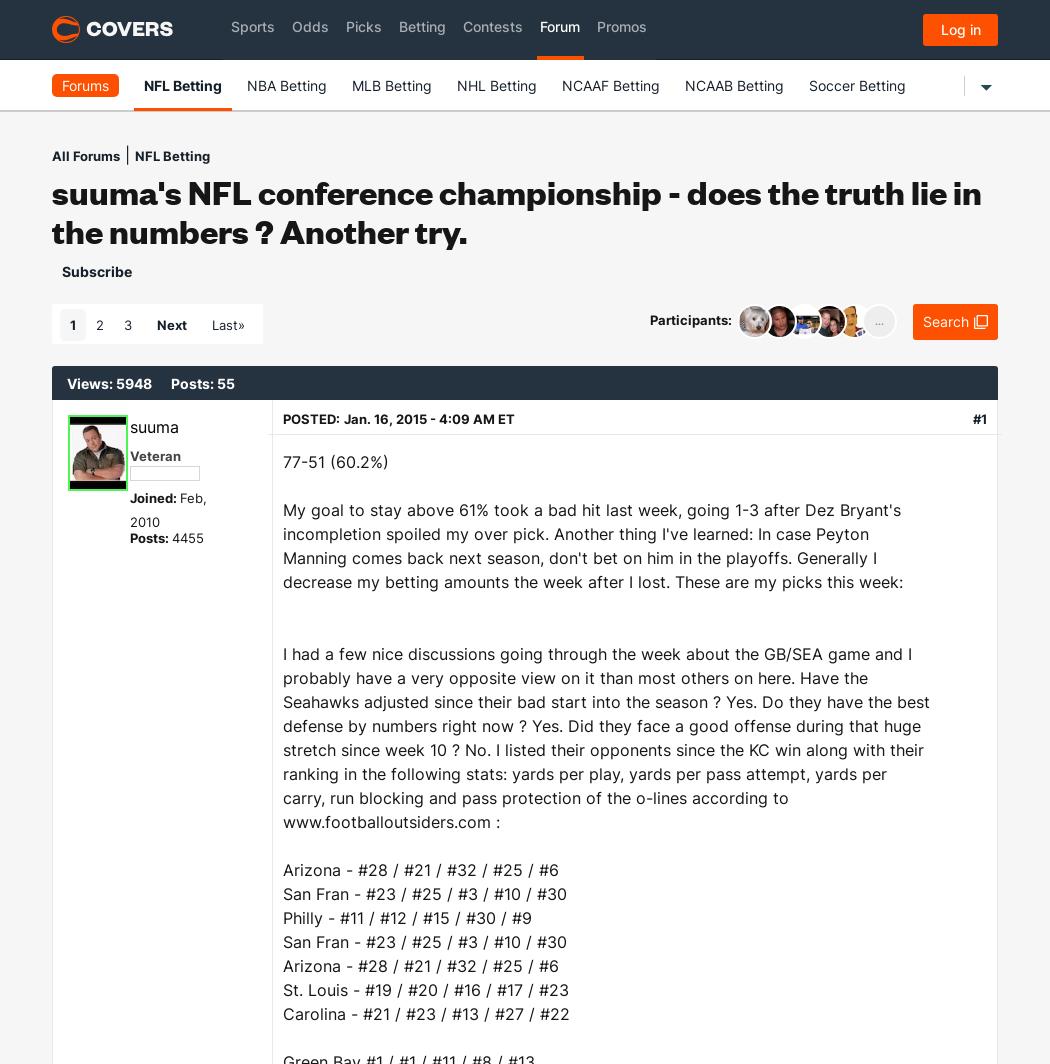  What do you see at coordinates (171, 537) in the screenshot?
I see `'4455'` at bounding box center [171, 537].